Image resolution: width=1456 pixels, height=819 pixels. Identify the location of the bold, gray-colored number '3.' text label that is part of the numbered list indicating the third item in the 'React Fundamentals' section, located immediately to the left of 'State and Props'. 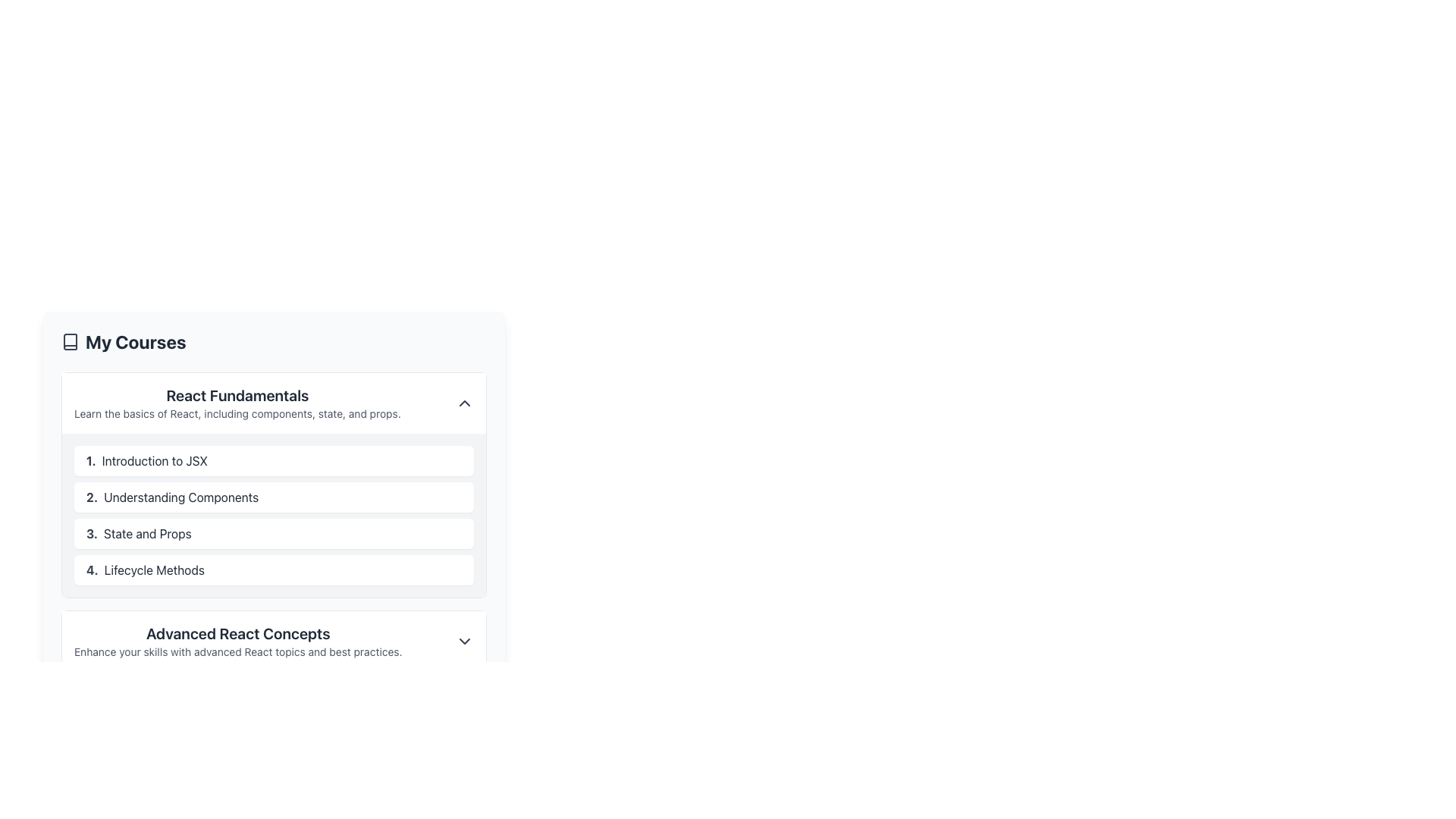
(91, 533).